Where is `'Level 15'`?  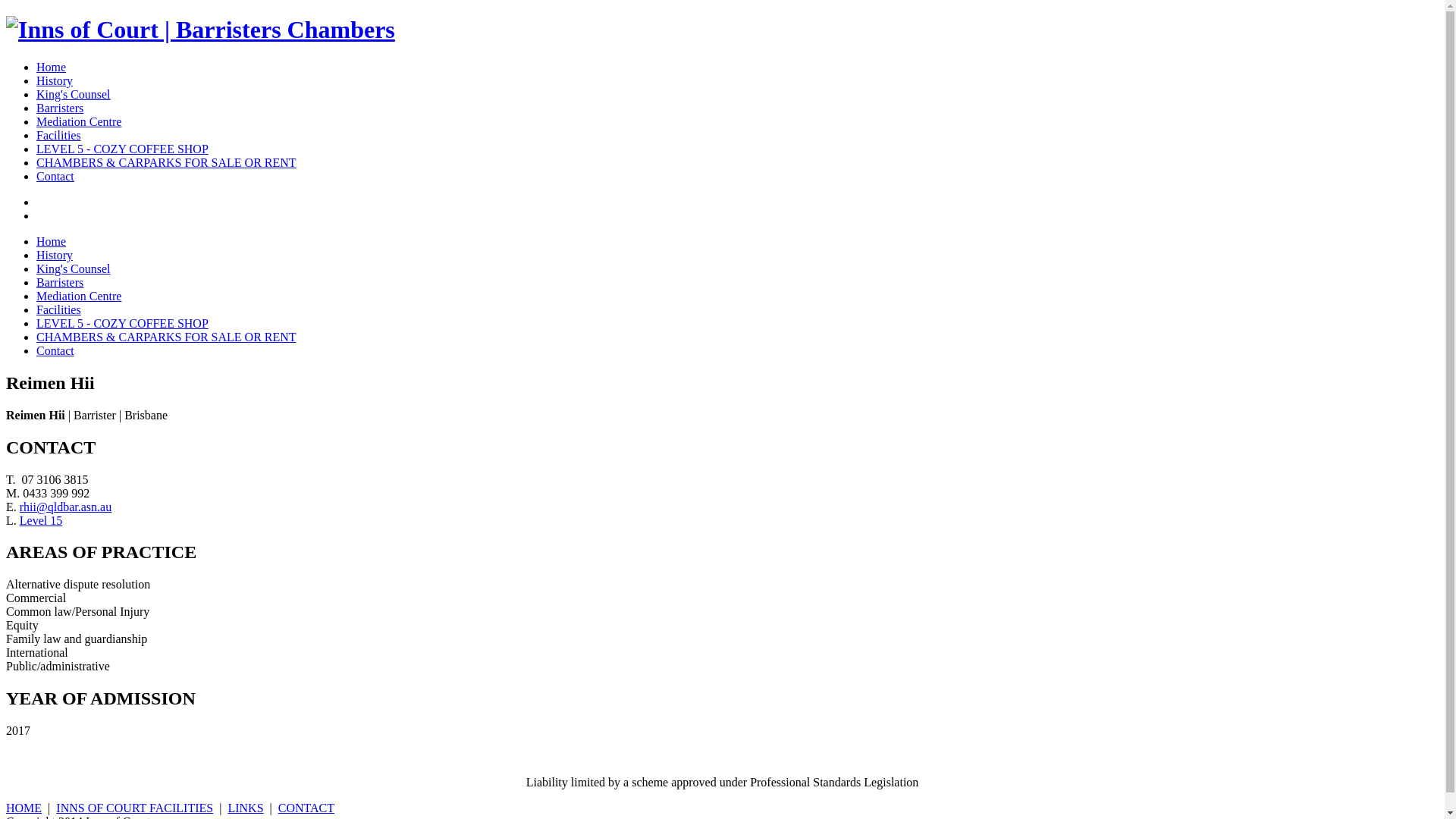
'Level 15' is located at coordinates (40, 519).